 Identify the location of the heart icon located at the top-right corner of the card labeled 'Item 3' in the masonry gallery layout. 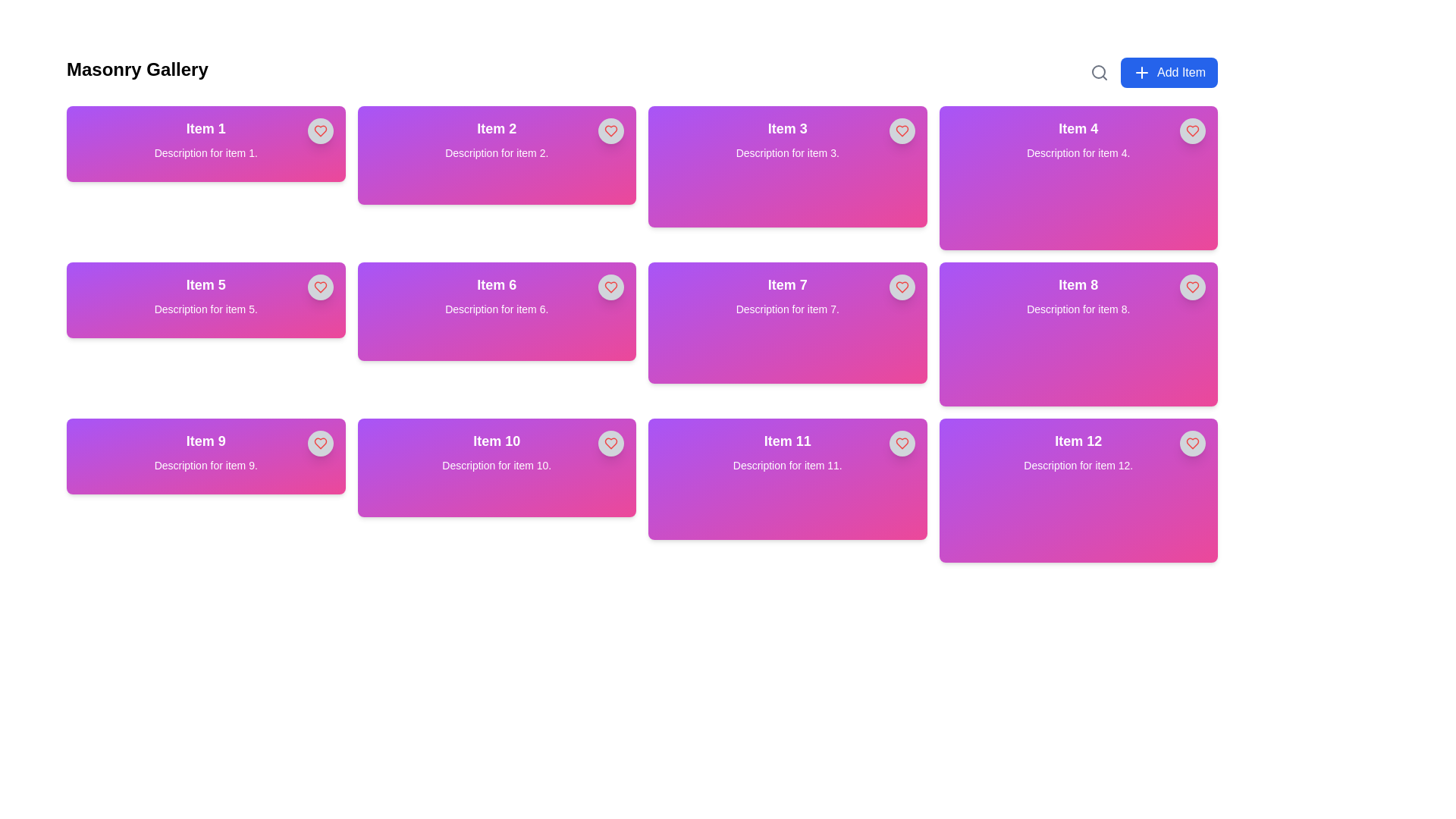
(902, 130).